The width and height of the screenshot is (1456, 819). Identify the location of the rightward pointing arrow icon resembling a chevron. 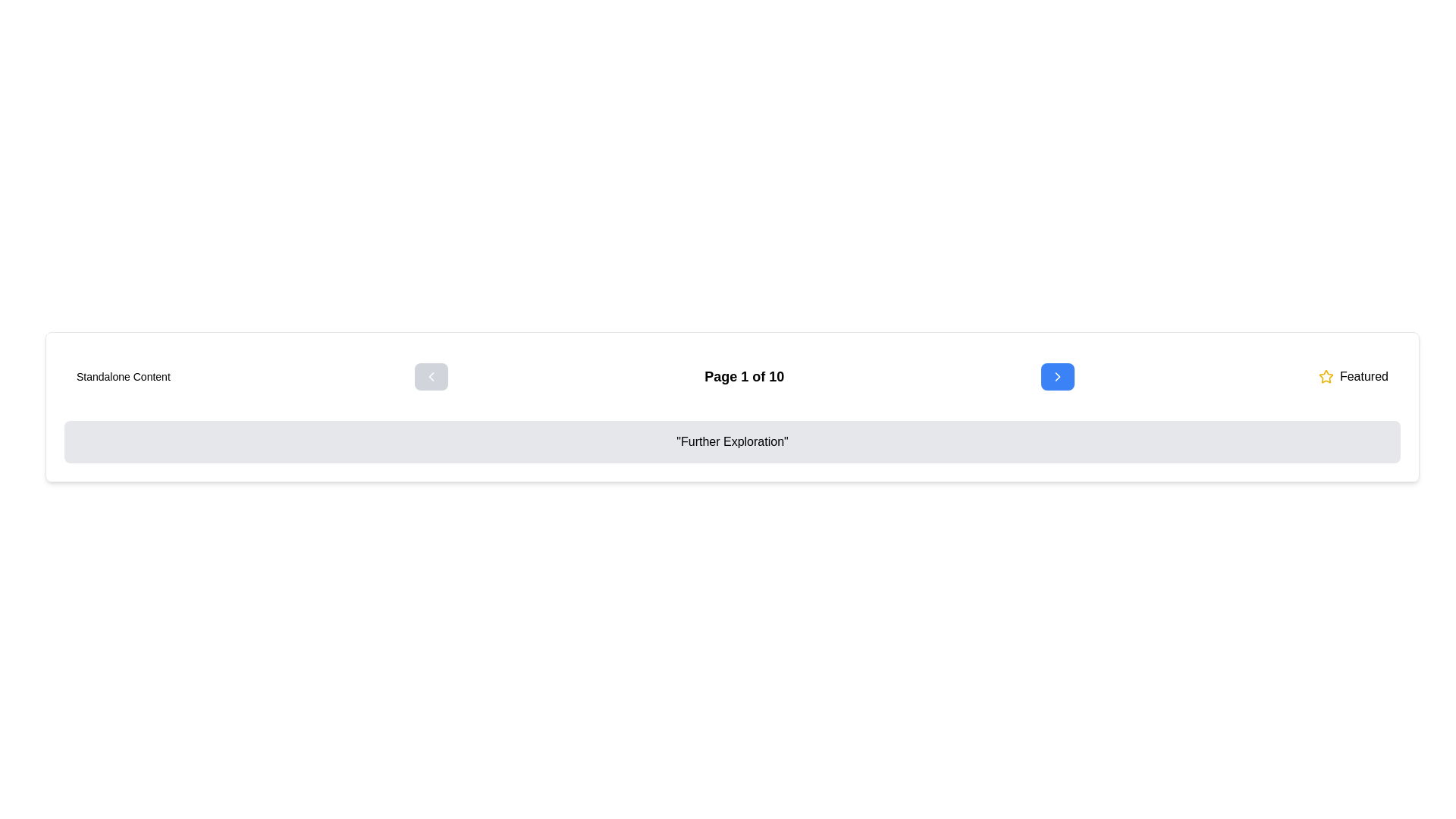
(1056, 376).